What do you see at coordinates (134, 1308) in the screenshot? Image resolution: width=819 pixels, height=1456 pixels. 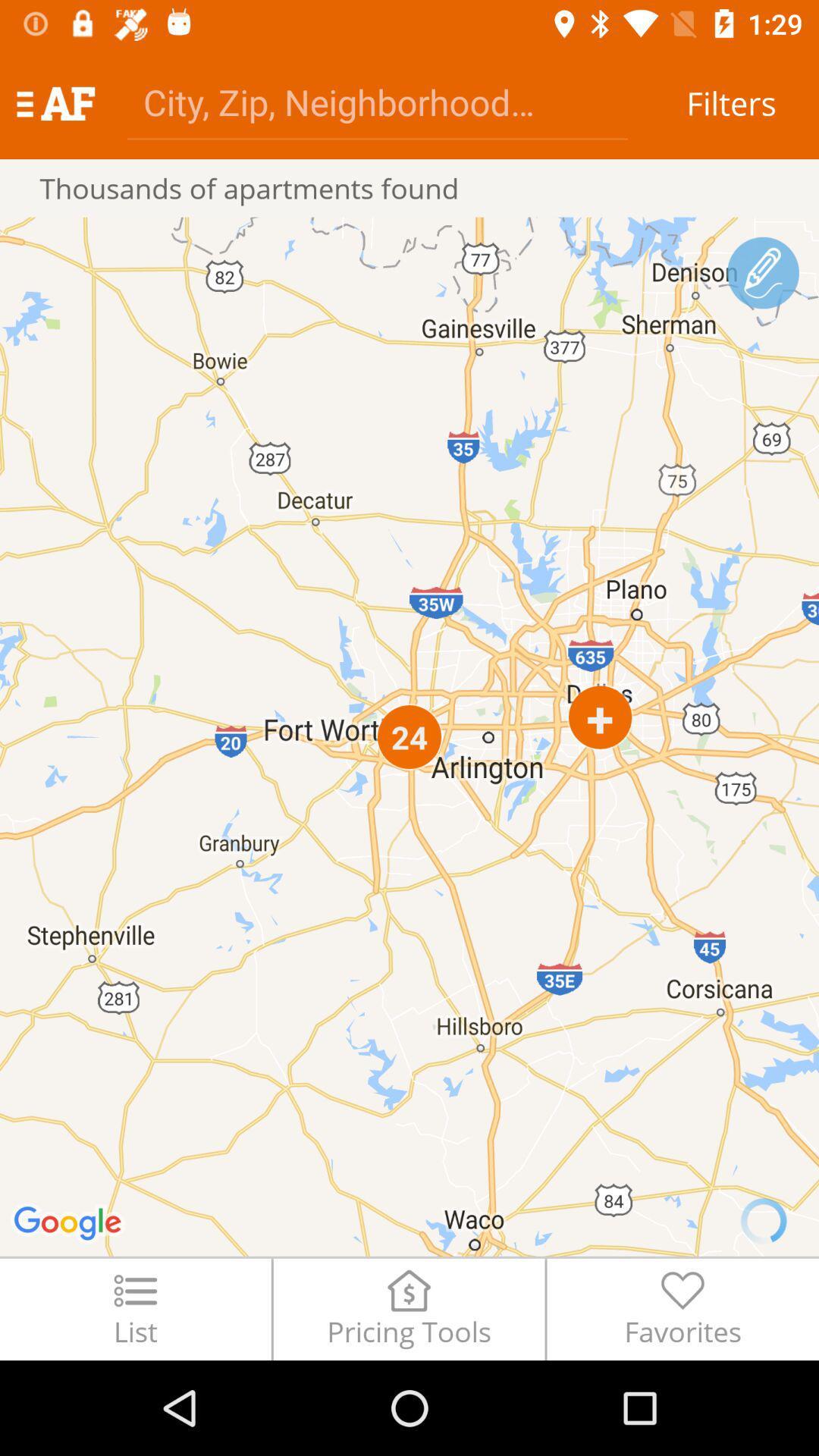 I see `the list` at bounding box center [134, 1308].